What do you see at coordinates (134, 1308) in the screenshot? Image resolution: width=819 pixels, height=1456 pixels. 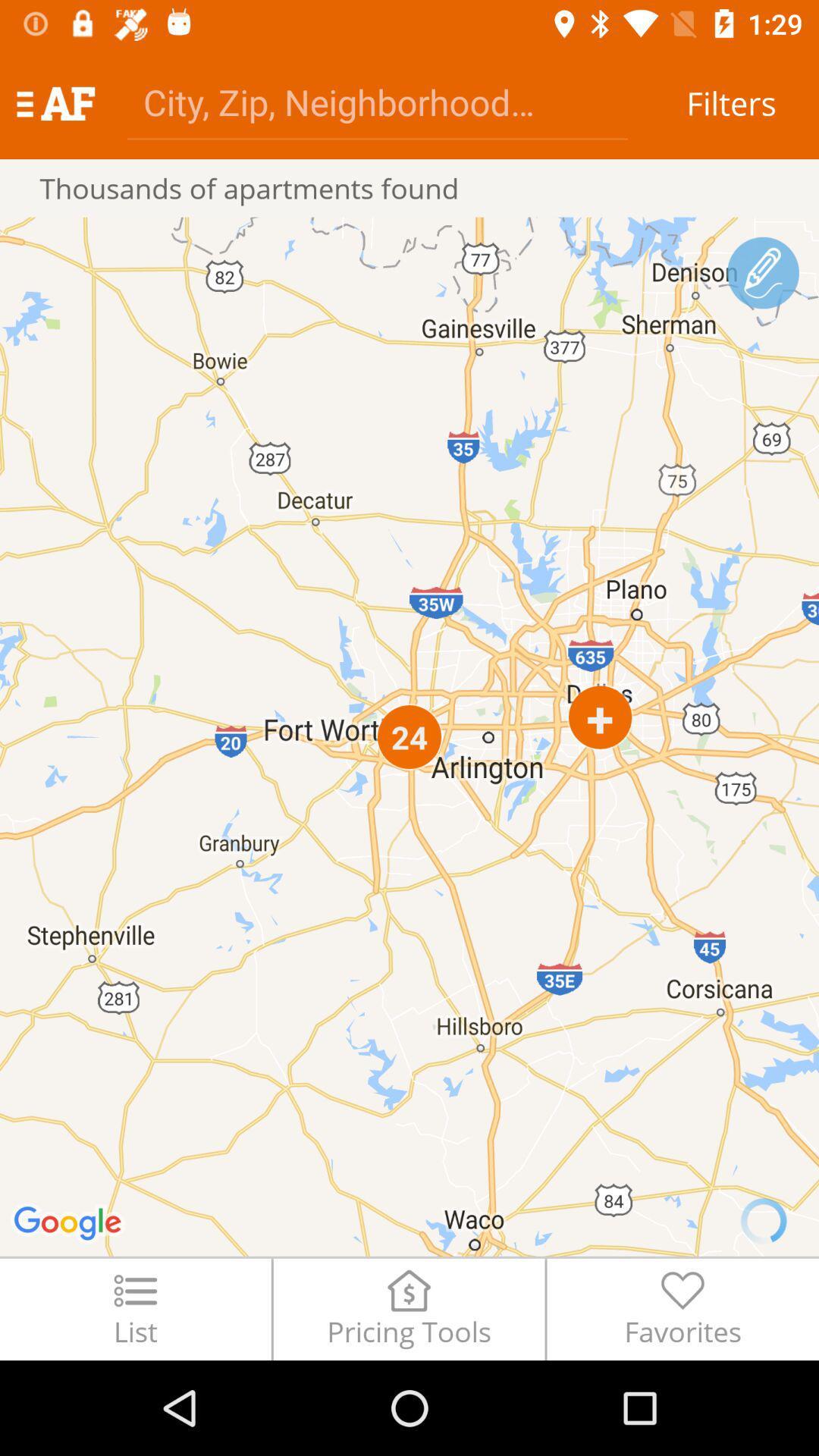 I see `the list` at bounding box center [134, 1308].